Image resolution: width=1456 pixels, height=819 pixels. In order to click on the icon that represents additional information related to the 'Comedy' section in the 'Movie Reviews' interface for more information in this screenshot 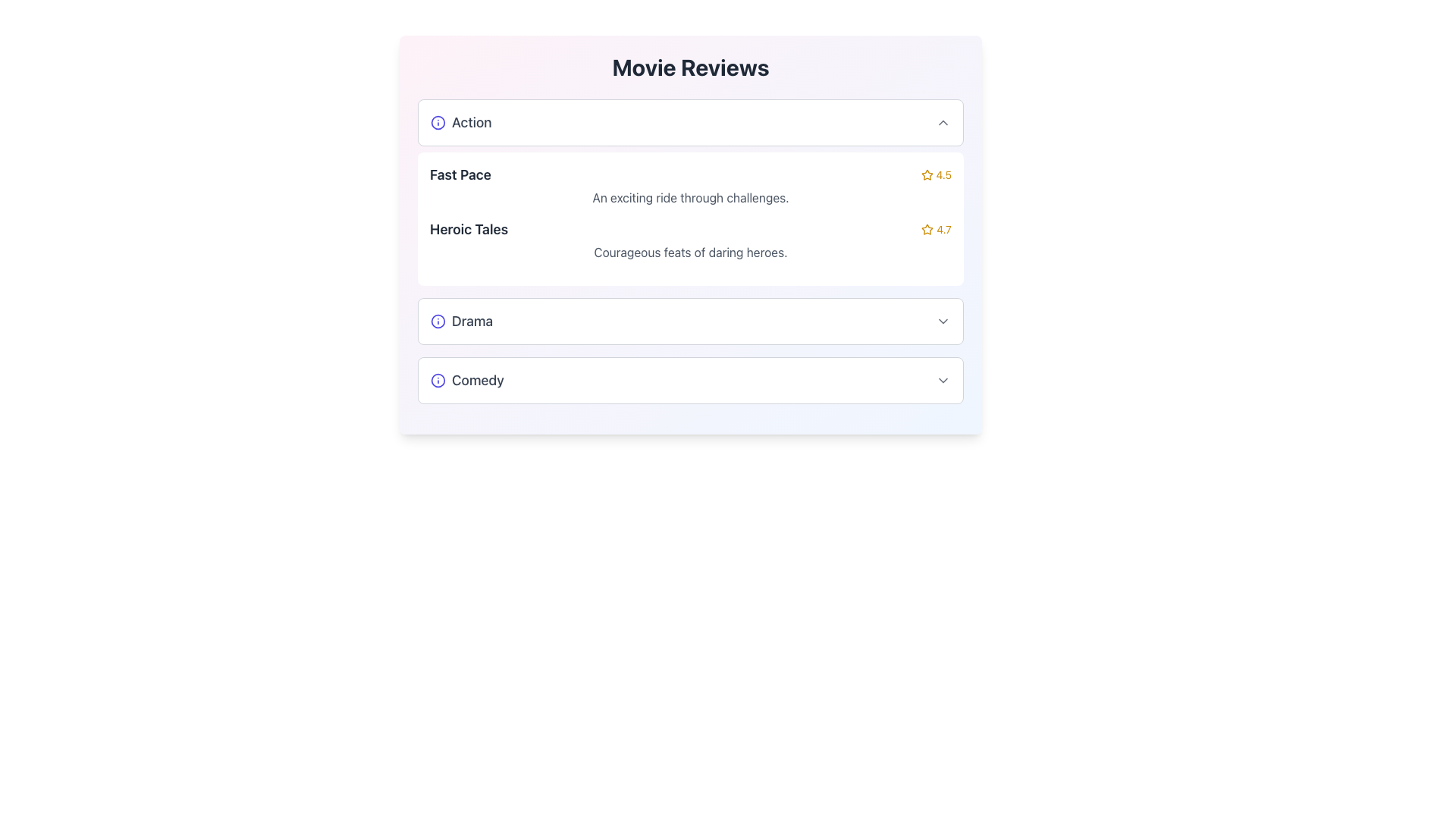, I will do `click(437, 379)`.